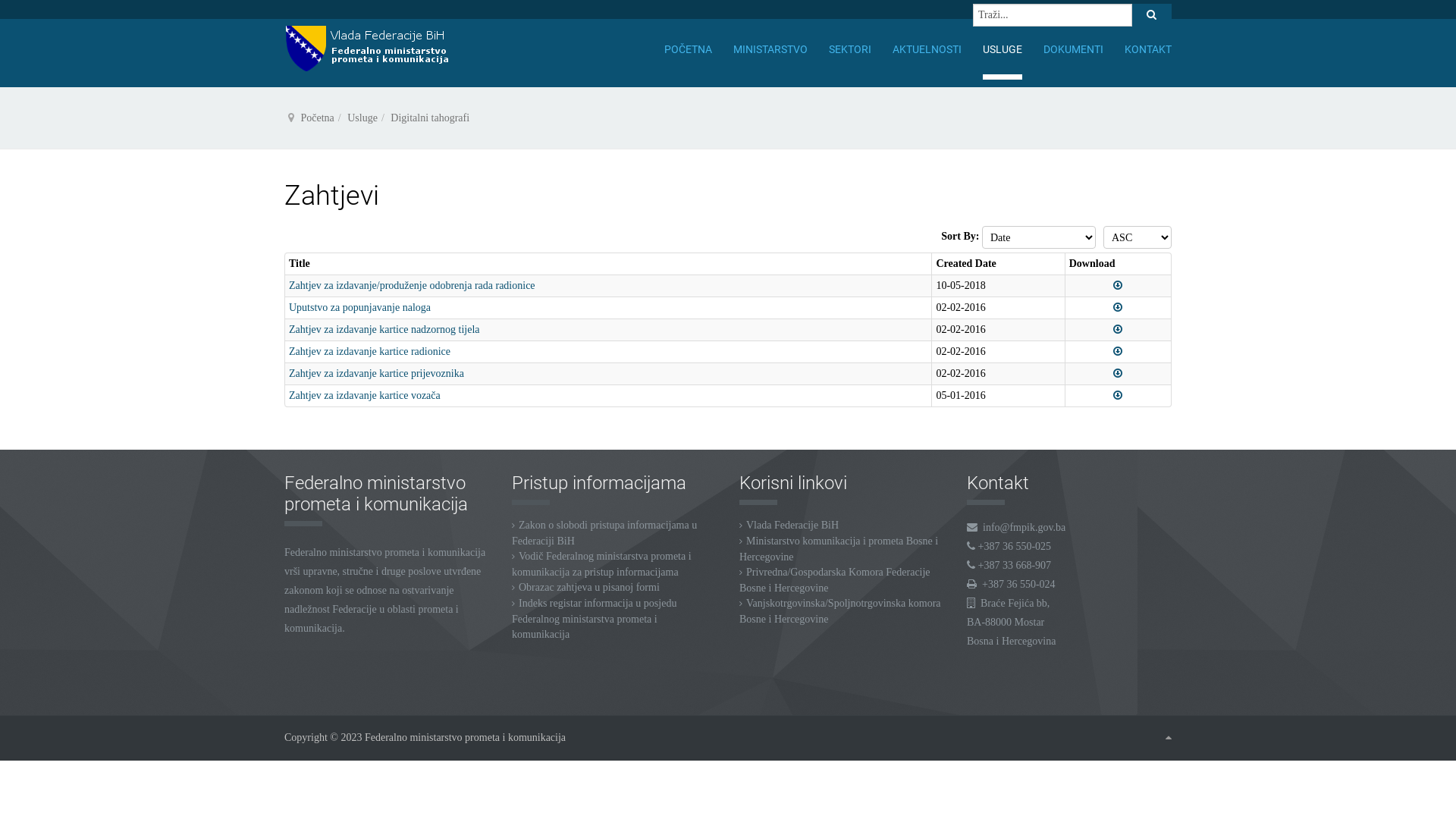 The height and width of the screenshot is (819, 1456). What do you see at coordinates (1024, 526) in the screenshot?
I see `'info@fmpik.gov.ba'` at bounding box center [1024, 526].